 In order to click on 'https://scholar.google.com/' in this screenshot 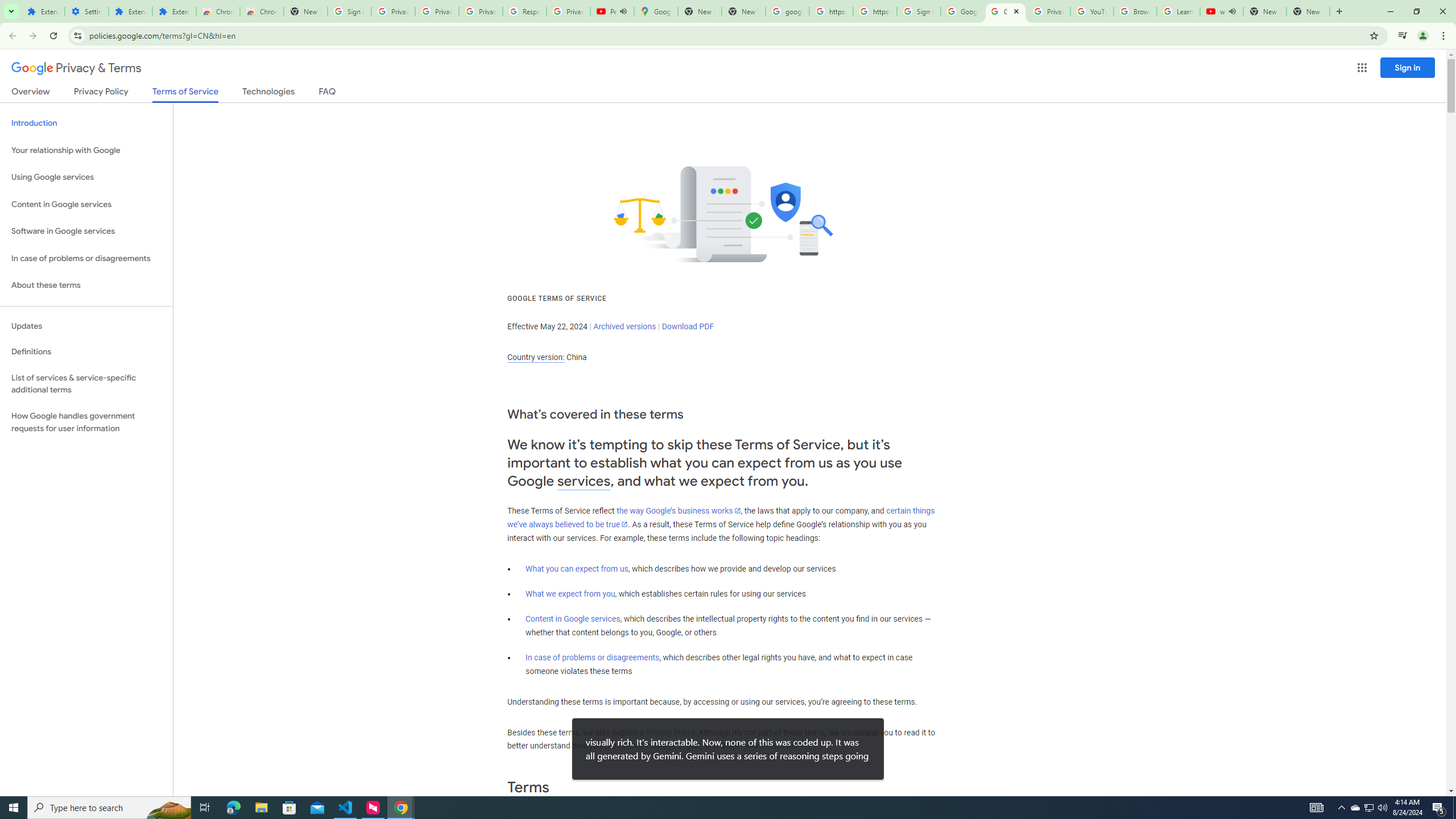, I will do `click(874, 11)`.